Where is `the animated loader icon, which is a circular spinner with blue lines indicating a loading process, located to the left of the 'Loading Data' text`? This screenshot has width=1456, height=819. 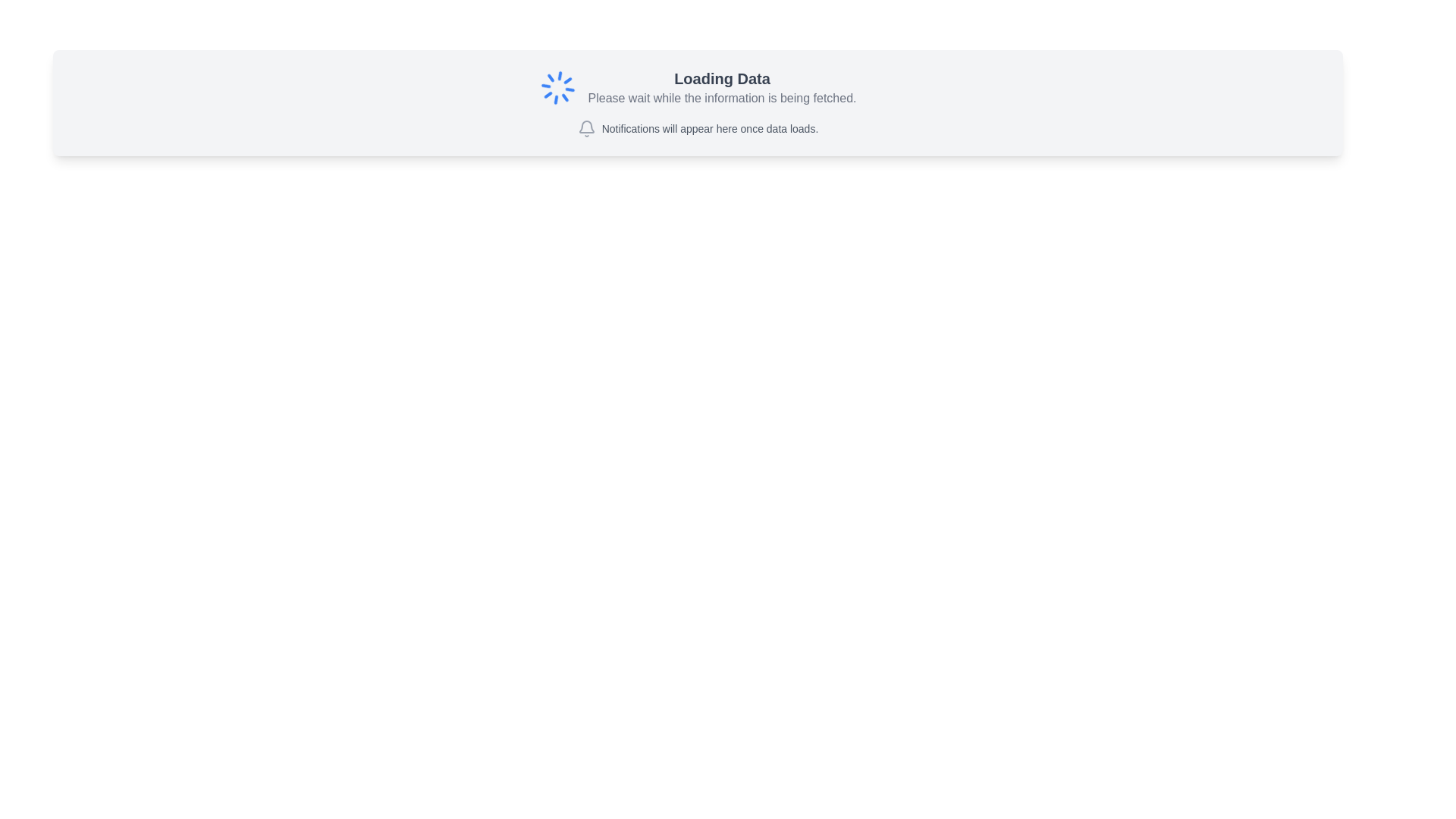
the animated loader icon, which is a circular spinner with blue lines indicating a loading process, located to the left of the 'Loading Data' text is located at coordinates (557, 87).